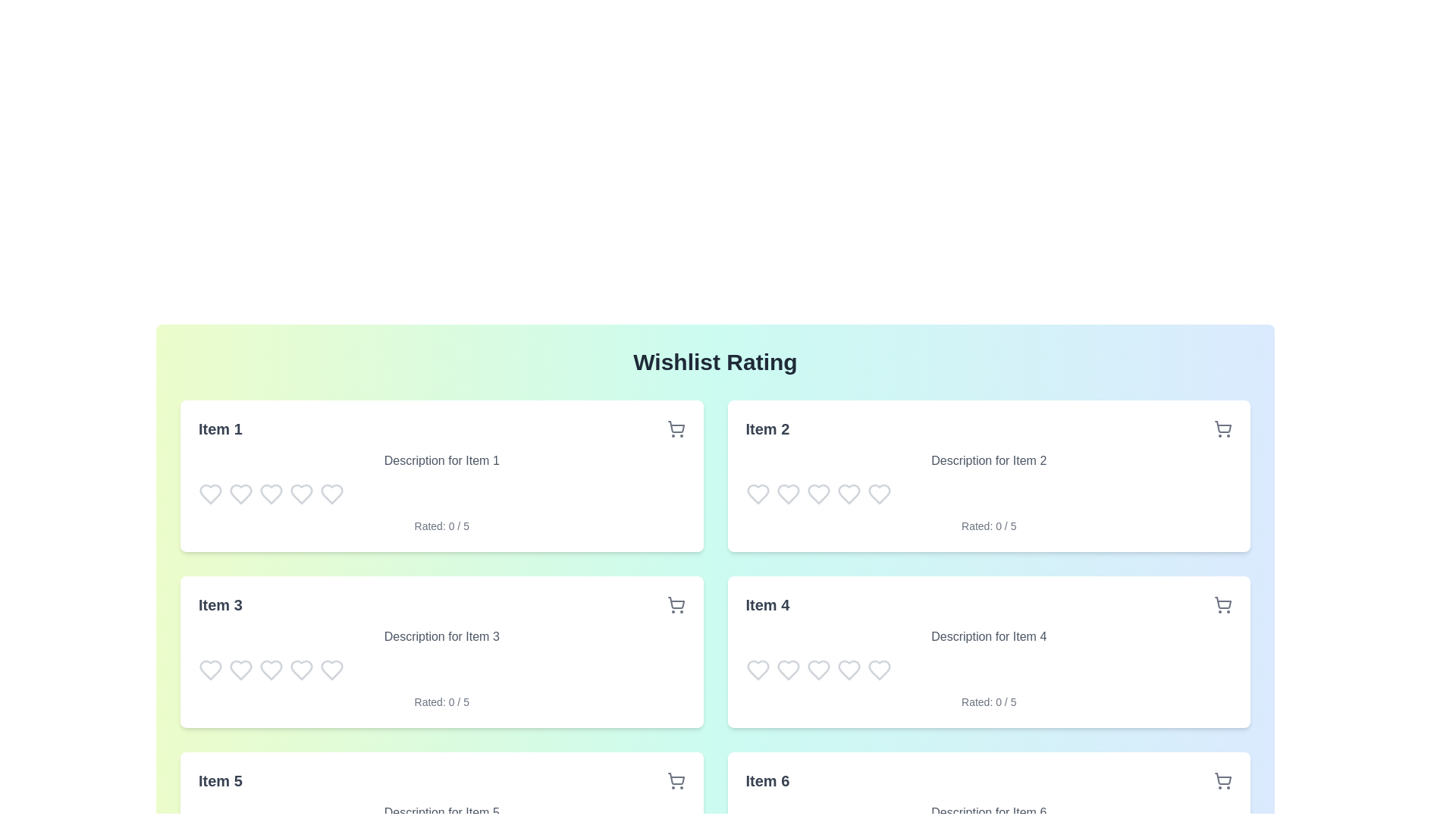  Describe the element at coordinates (441, 460) in the screenshot. I see `the description text of the desired item to view its details` at that location.